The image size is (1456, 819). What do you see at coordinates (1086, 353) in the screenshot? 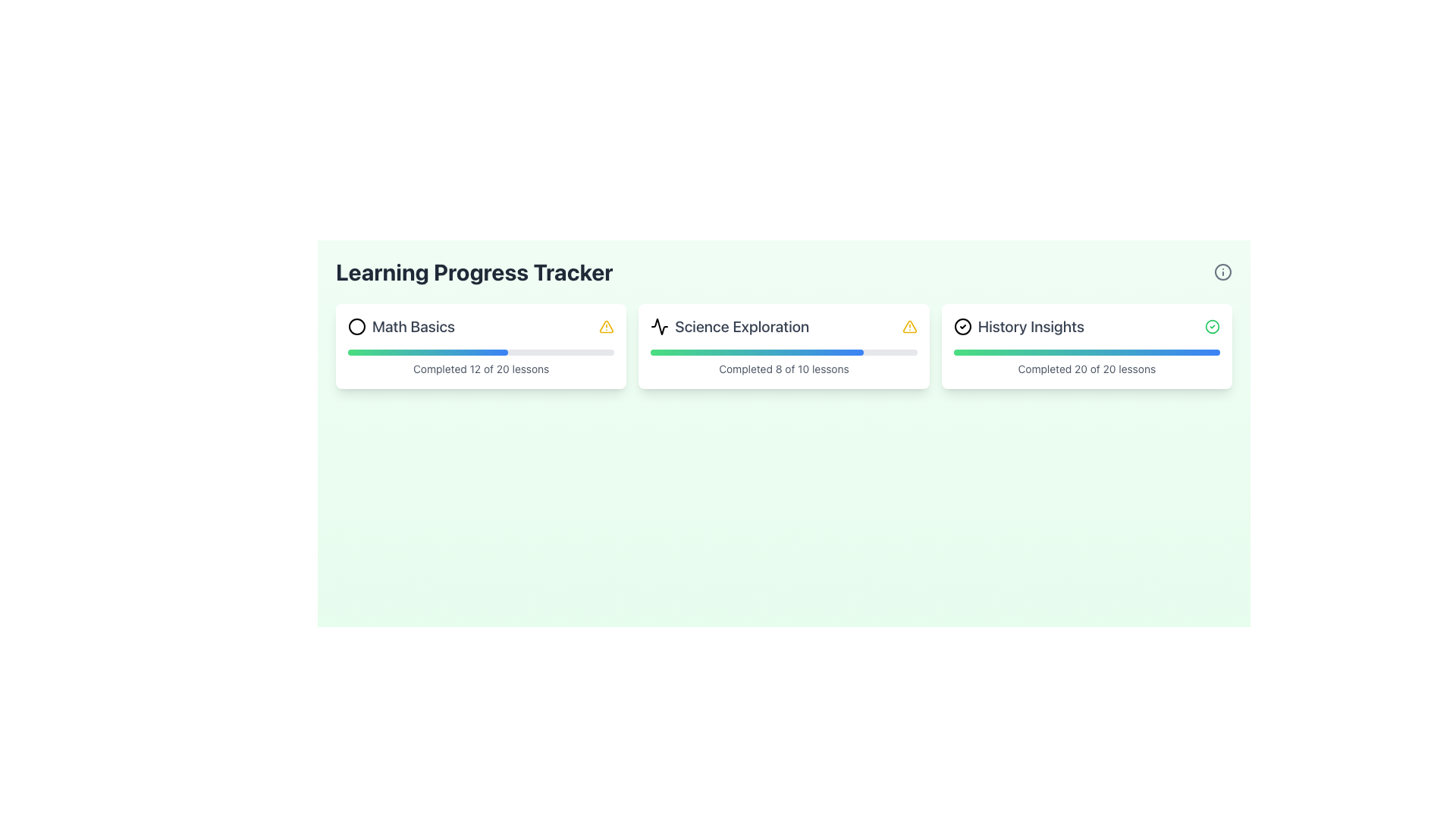
I see `the horizontal progress bar located at the bottom of the 'History Insights' card, which features a gradient color fill transitioning from green to blue` at bounding box center [1086, 353].